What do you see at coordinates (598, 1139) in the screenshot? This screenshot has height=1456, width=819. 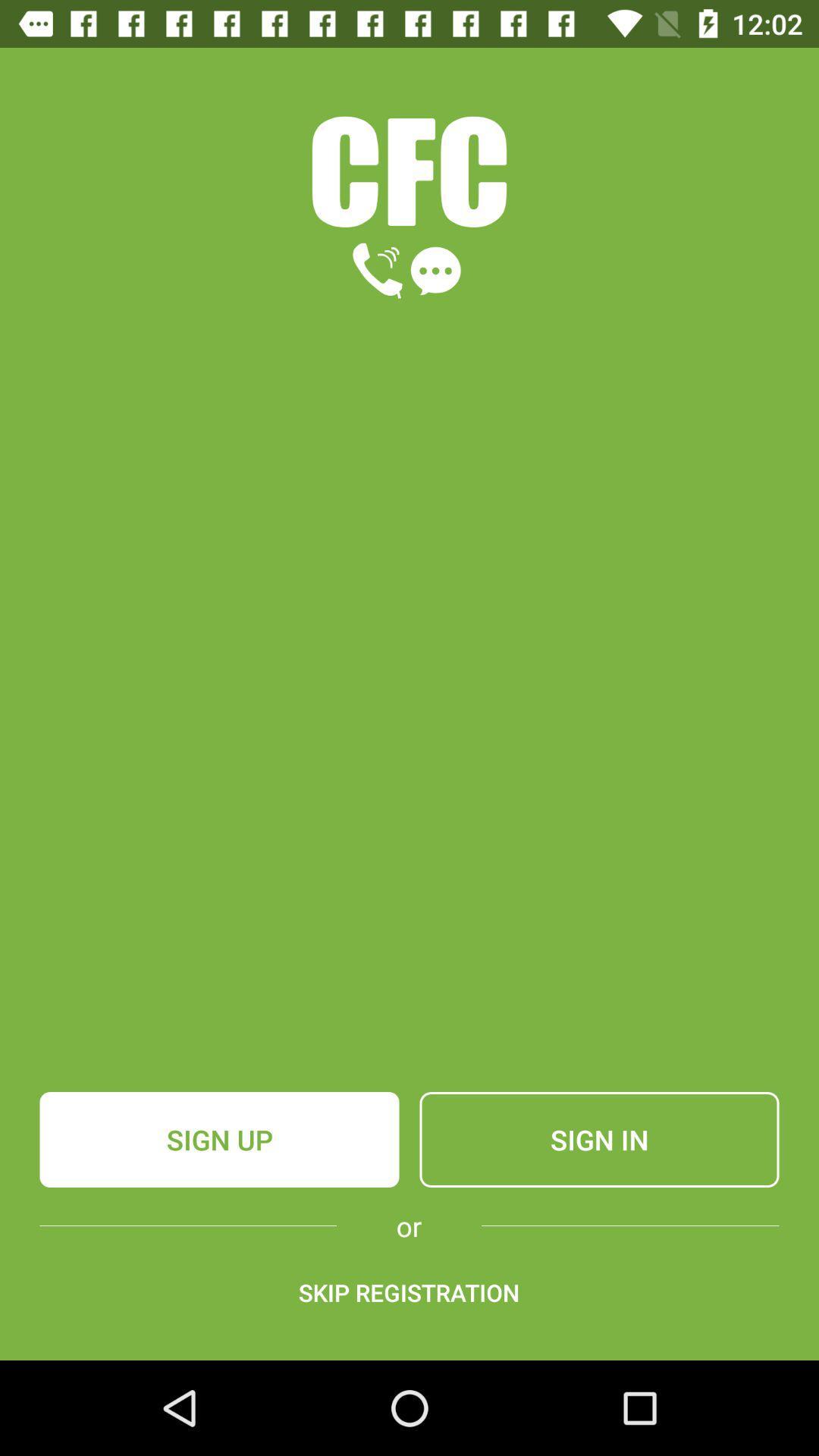 I see `the sign in` at bounding box center [598, 1139].